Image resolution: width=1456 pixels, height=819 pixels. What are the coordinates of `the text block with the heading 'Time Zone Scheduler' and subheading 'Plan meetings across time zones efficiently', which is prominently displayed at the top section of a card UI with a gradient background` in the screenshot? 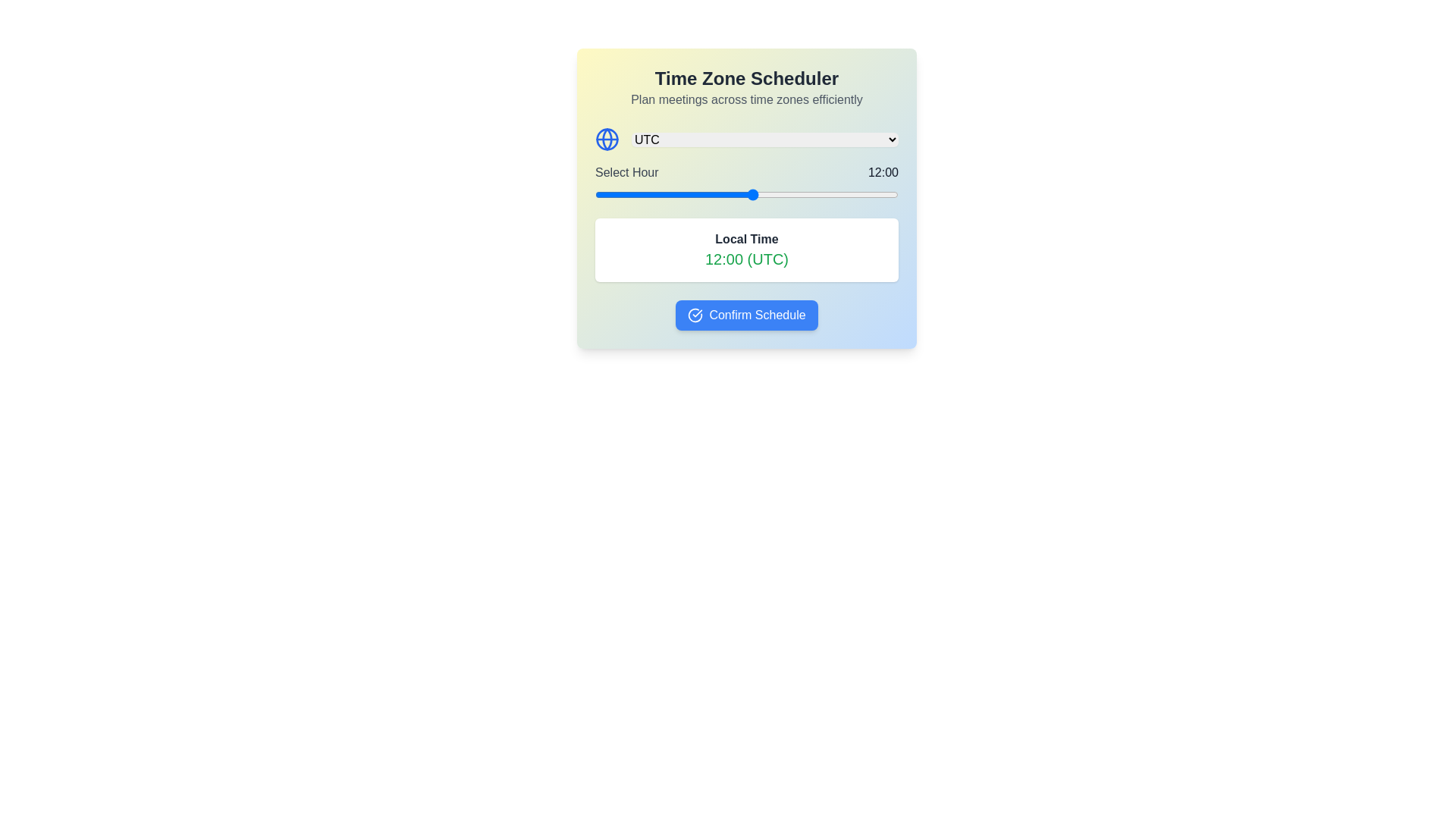 It's located at (746, 87).